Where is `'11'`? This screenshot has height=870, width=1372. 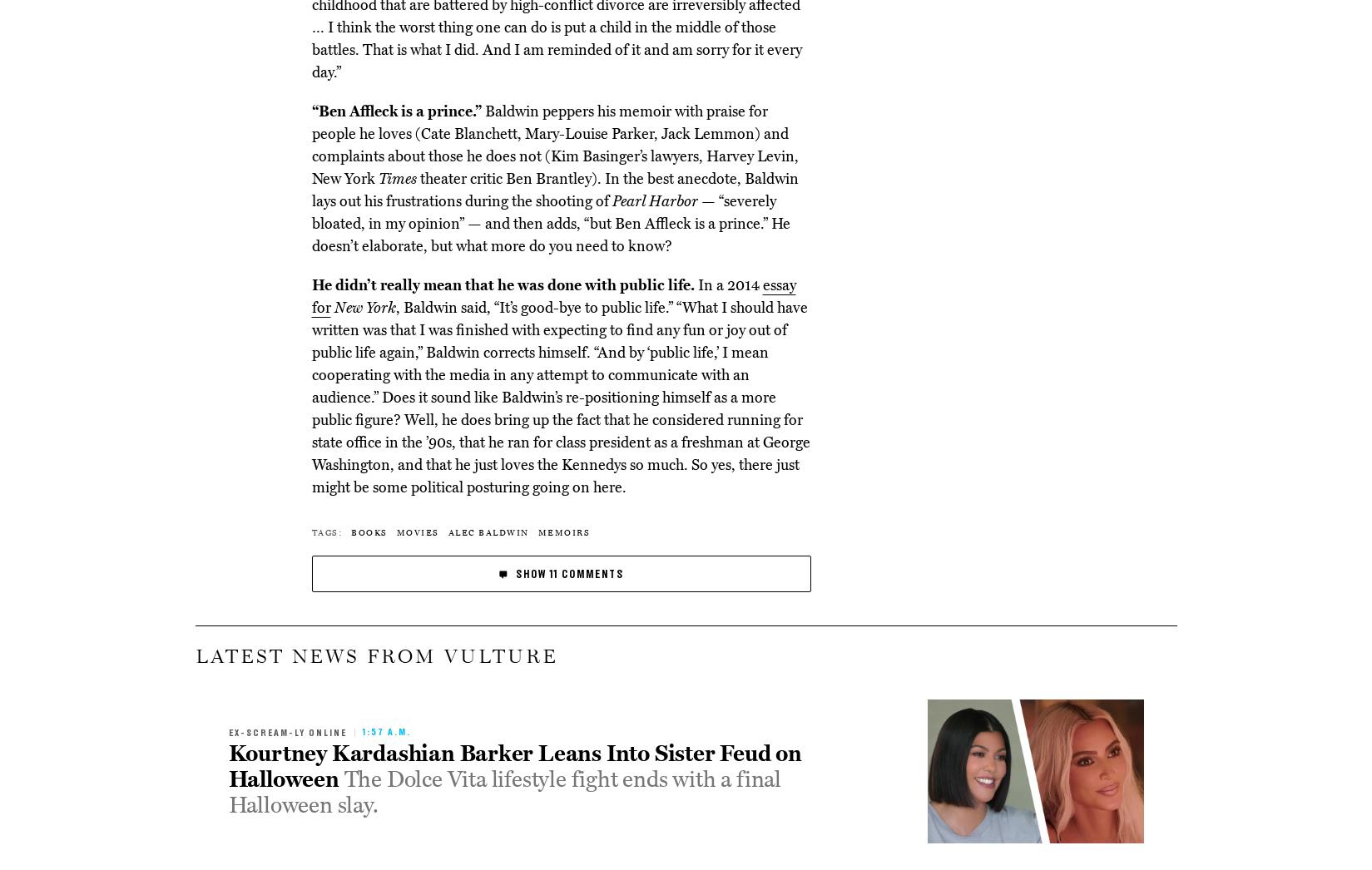 '11' is located at coordinates (553, 574).